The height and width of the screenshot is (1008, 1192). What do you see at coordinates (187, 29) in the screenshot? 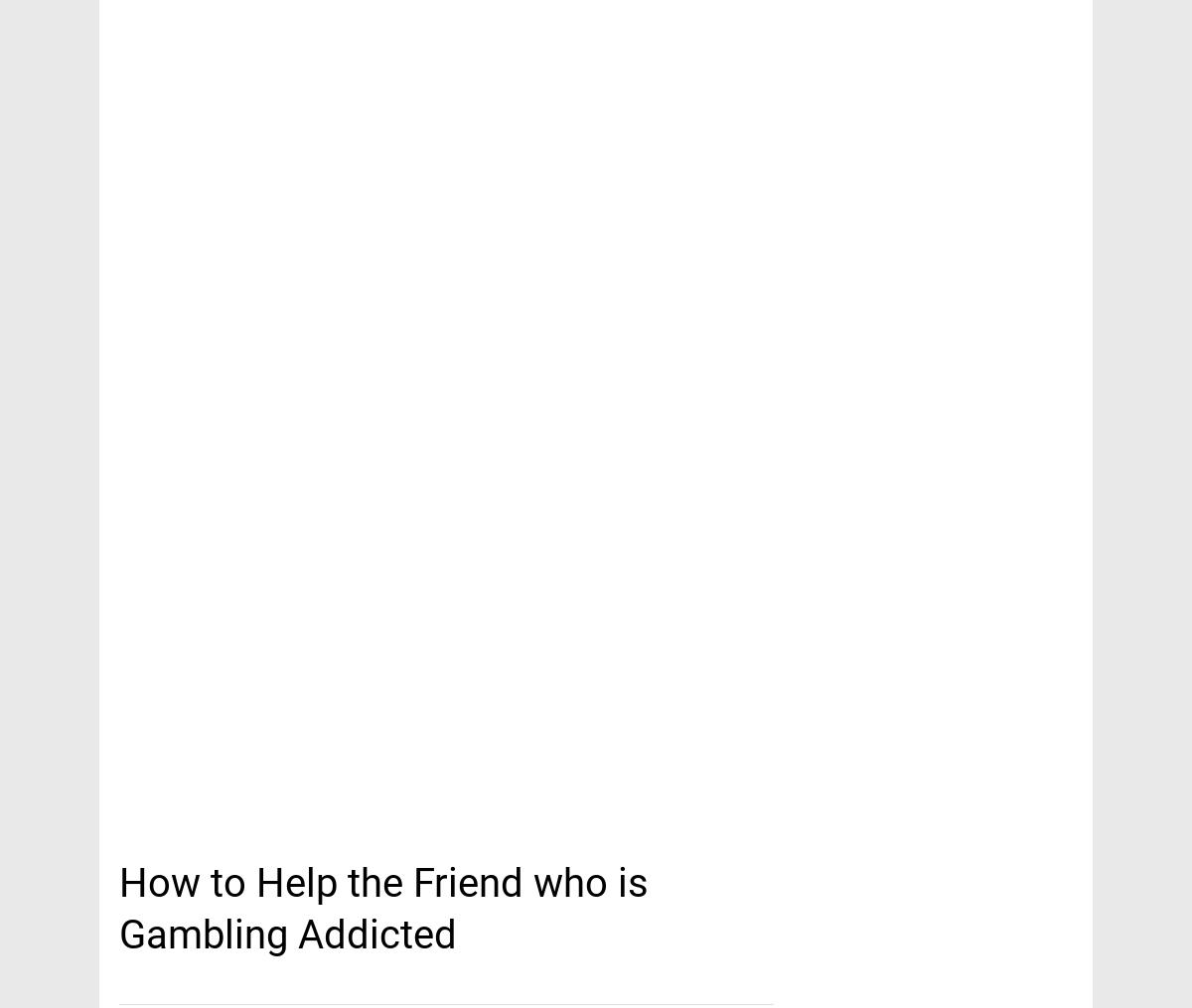
I see `'Yono Cash'` at bounding box center [187, 29].